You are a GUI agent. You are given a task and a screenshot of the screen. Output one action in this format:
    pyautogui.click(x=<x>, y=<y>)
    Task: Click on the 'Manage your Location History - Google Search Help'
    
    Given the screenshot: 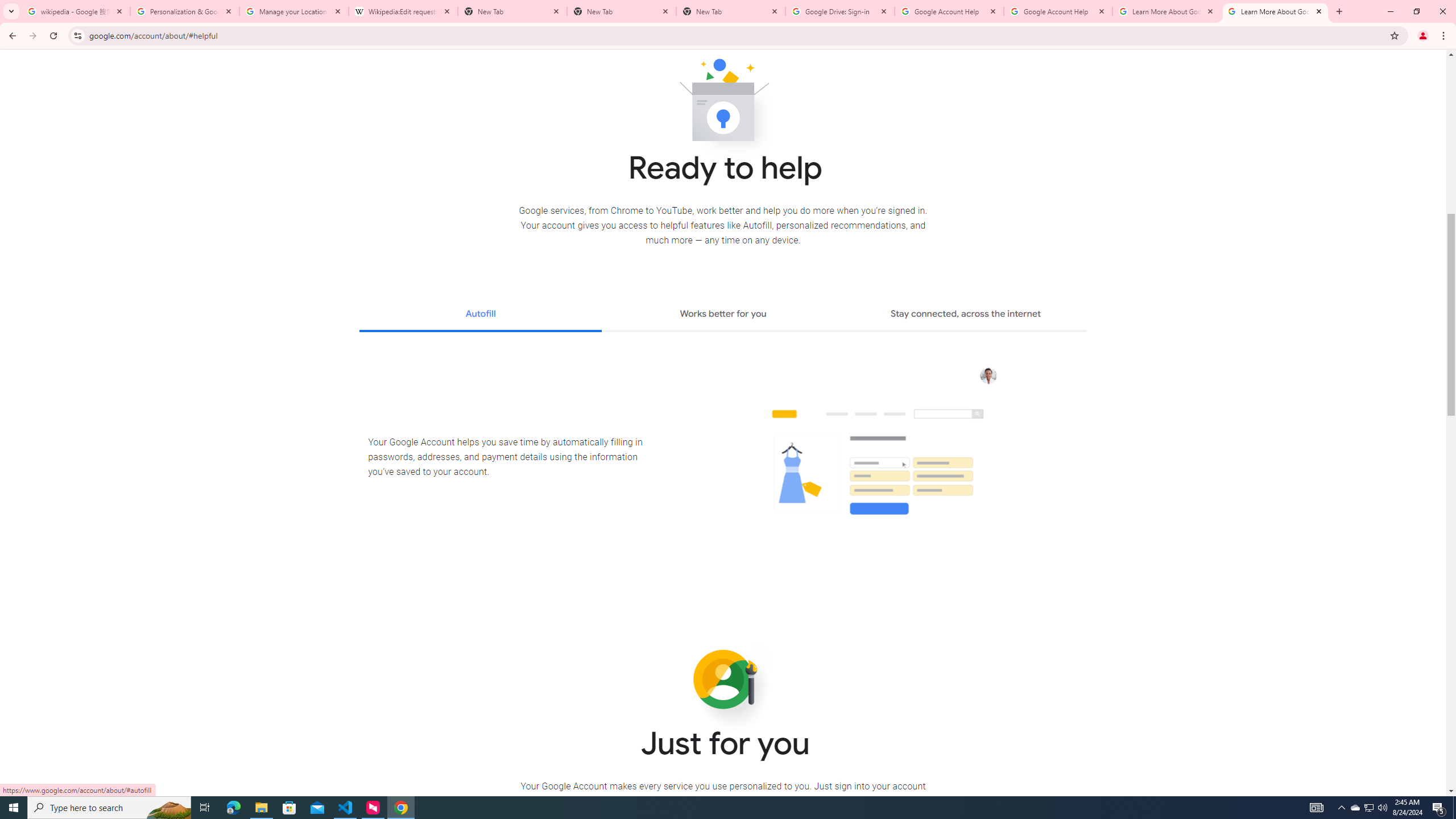 What is the action you would take?
    pyautogui.click(x=294, y=11)
    